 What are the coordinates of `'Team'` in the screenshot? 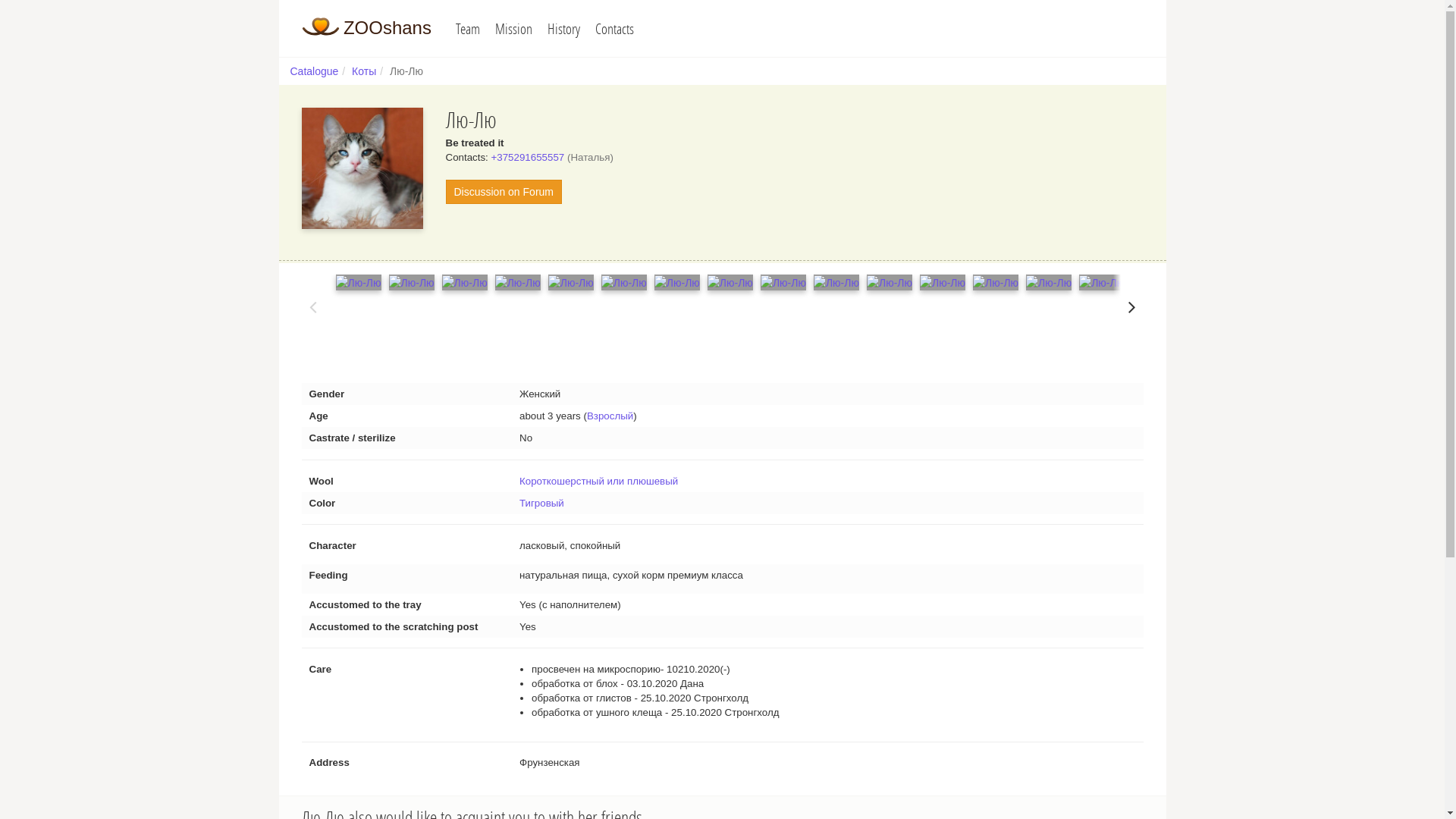 It's located at (467, 28).